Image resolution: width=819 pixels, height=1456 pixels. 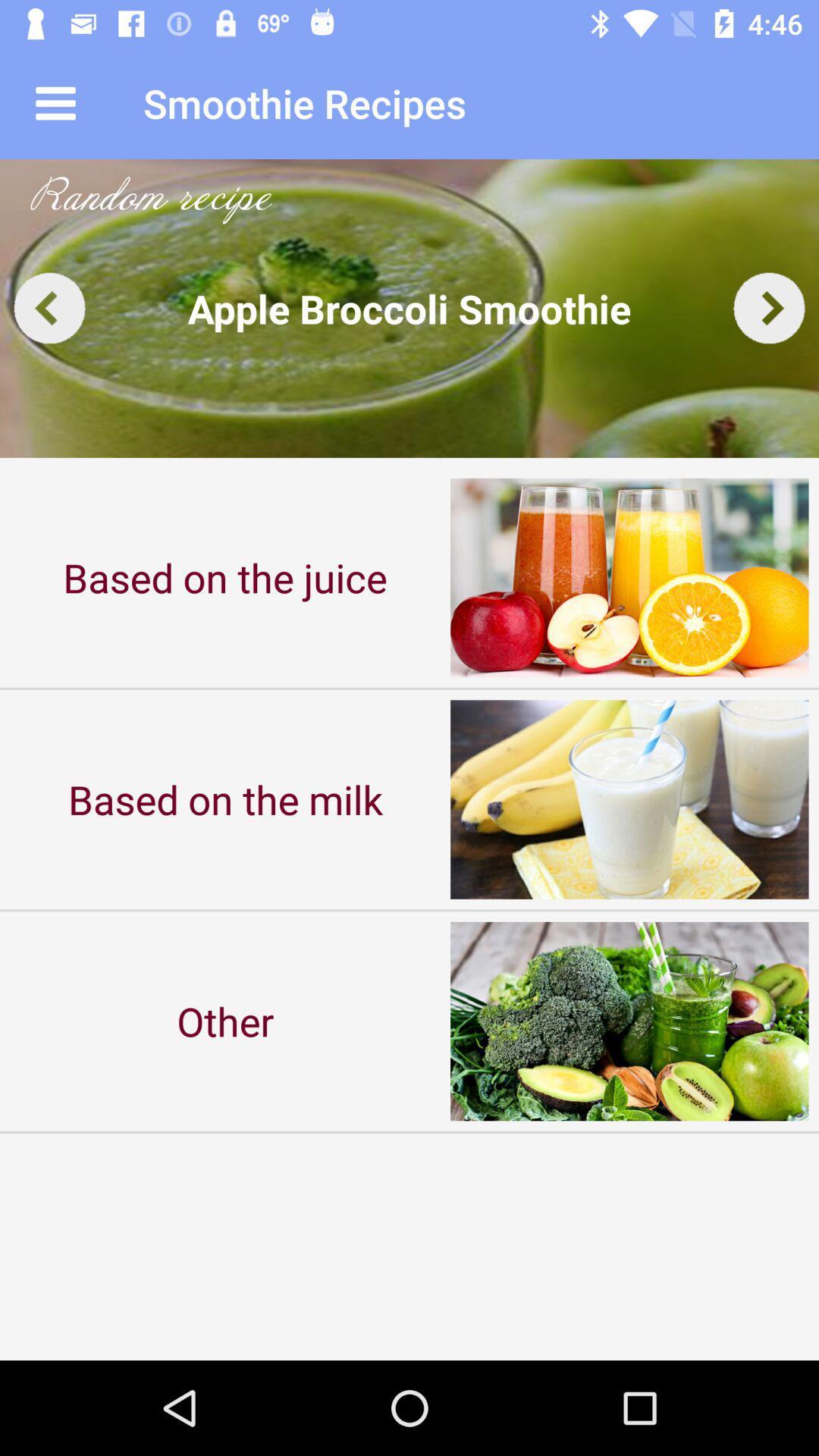 I want to click on choose a recipe, so click(x=409, y=307).